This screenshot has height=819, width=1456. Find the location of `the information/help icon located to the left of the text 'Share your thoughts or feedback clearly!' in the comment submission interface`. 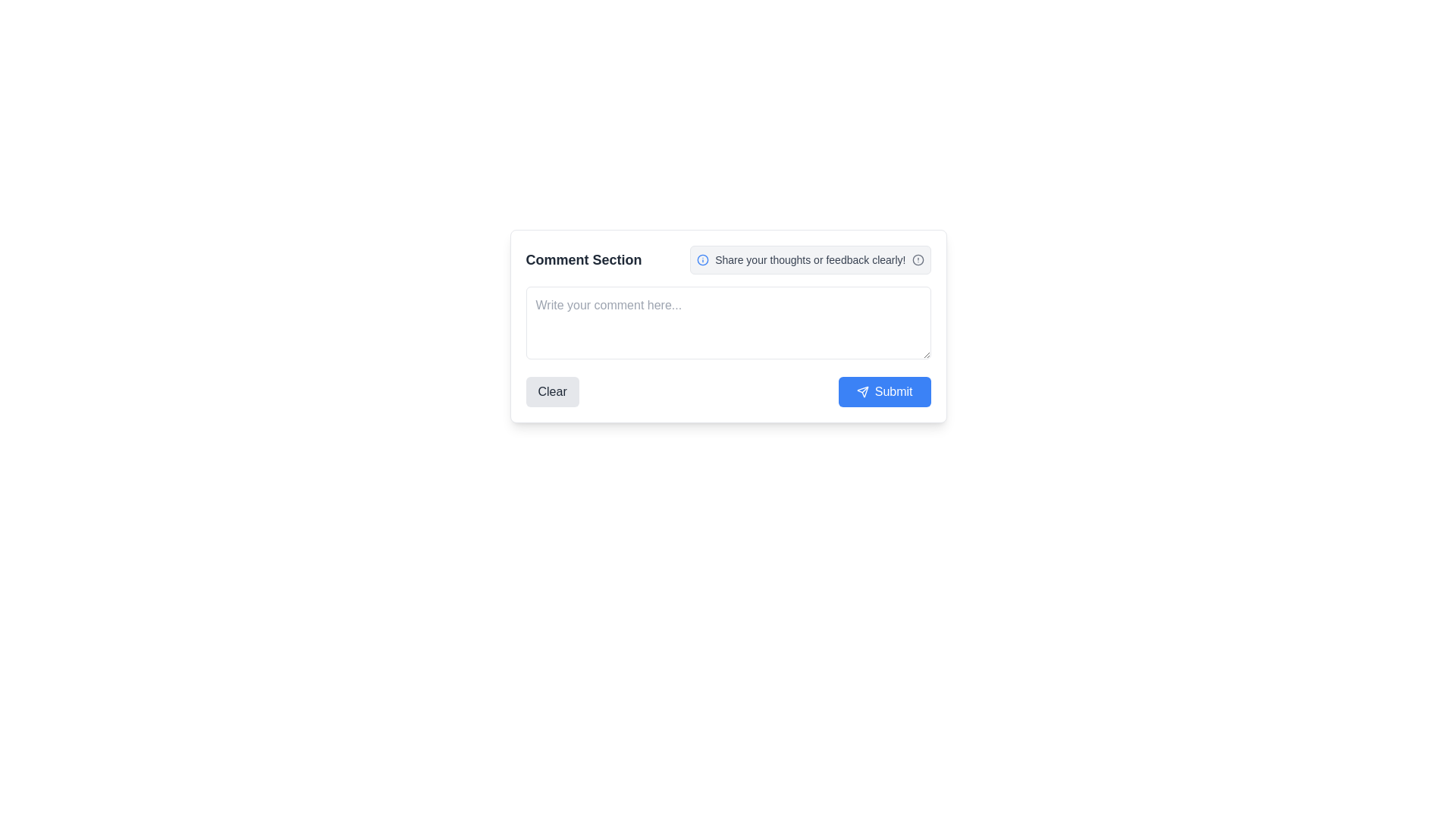

the information/help icon located to the left of the text 'Share your thoughts or feedback clearly!' in the comment submission interface is located at coordinates (701, 259).